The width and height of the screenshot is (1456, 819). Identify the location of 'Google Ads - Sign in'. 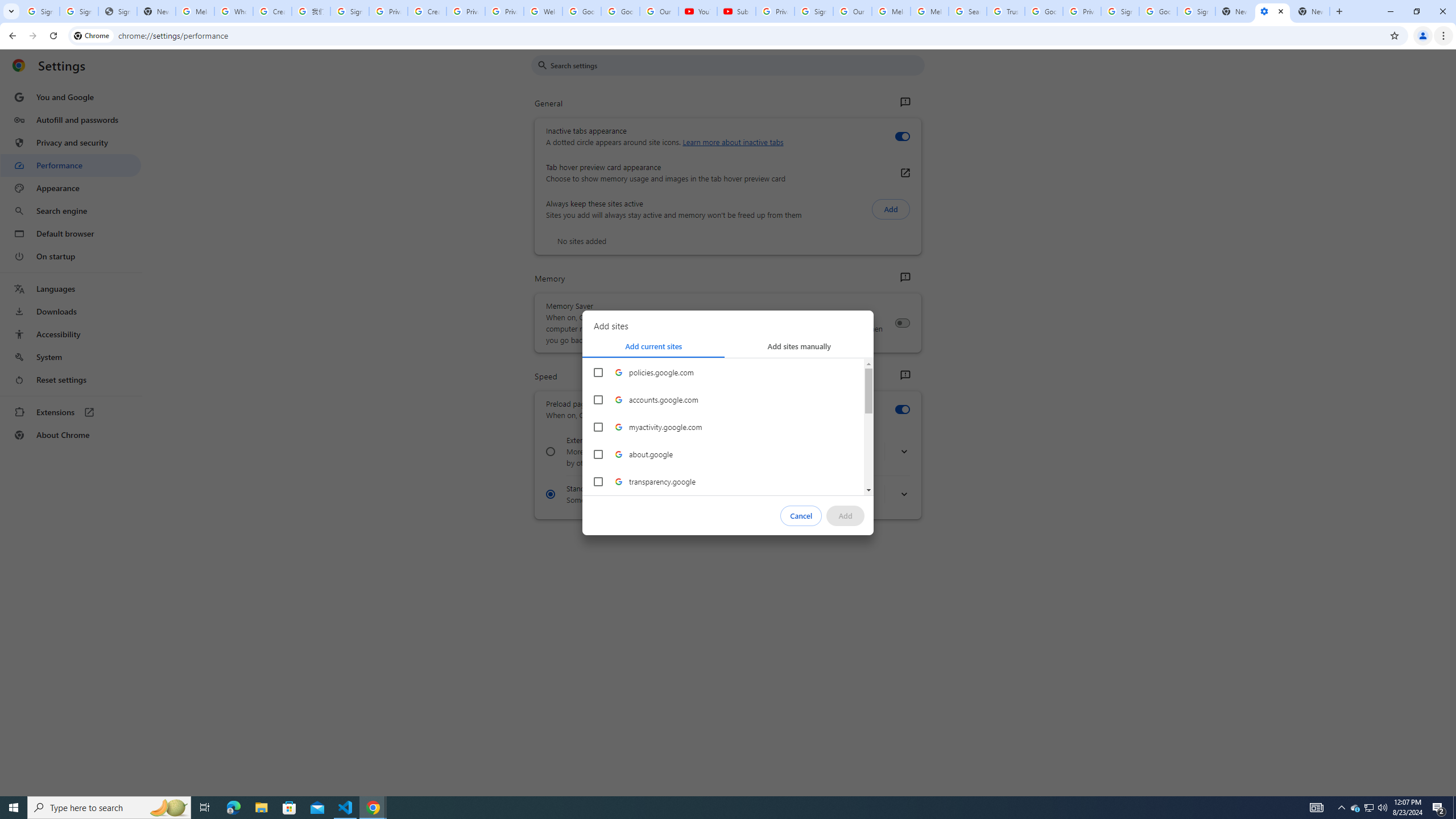
(1043, 11).